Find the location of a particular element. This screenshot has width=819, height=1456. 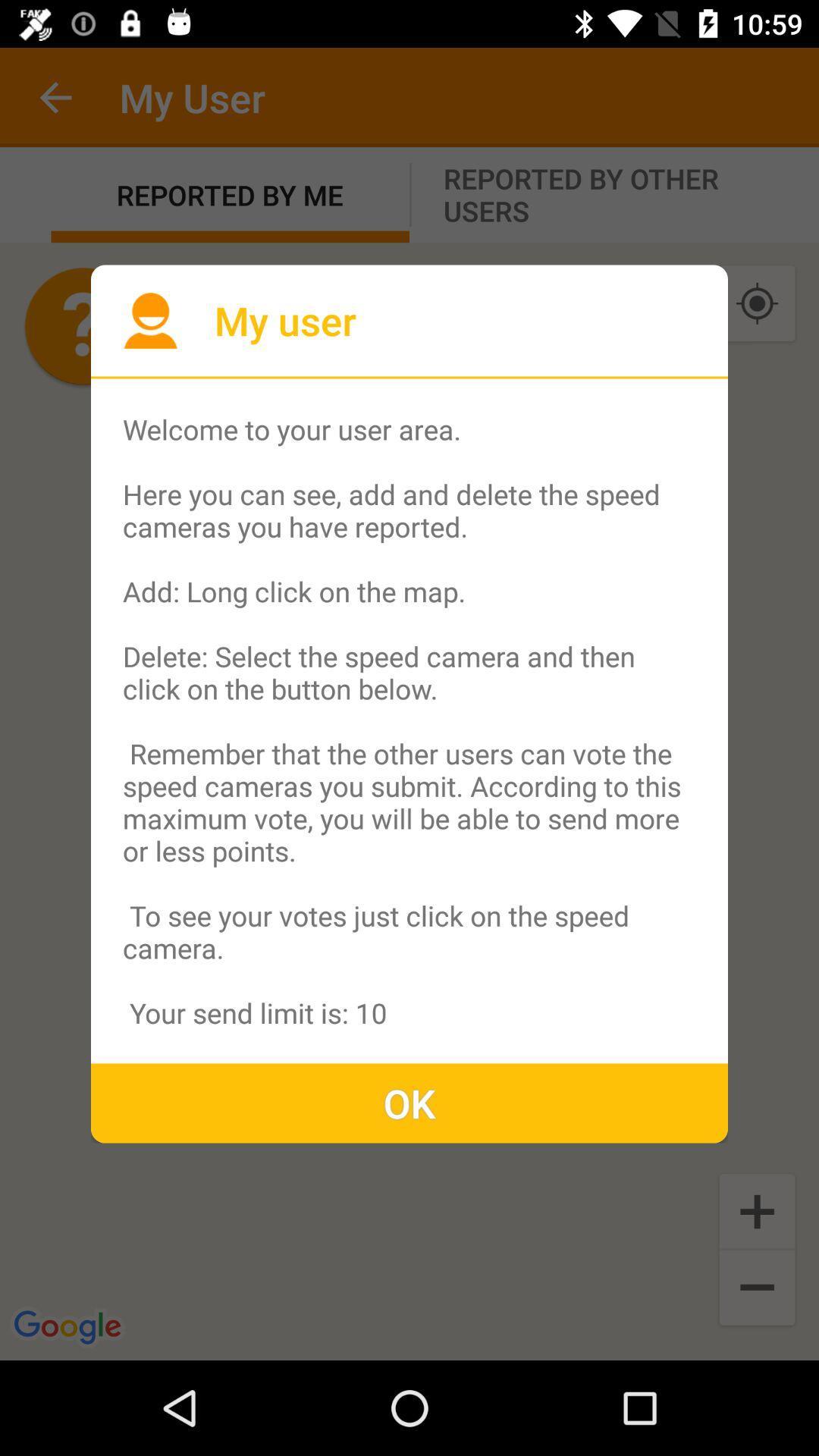

the icon at the top left corner is located at coordinates (150, 319).